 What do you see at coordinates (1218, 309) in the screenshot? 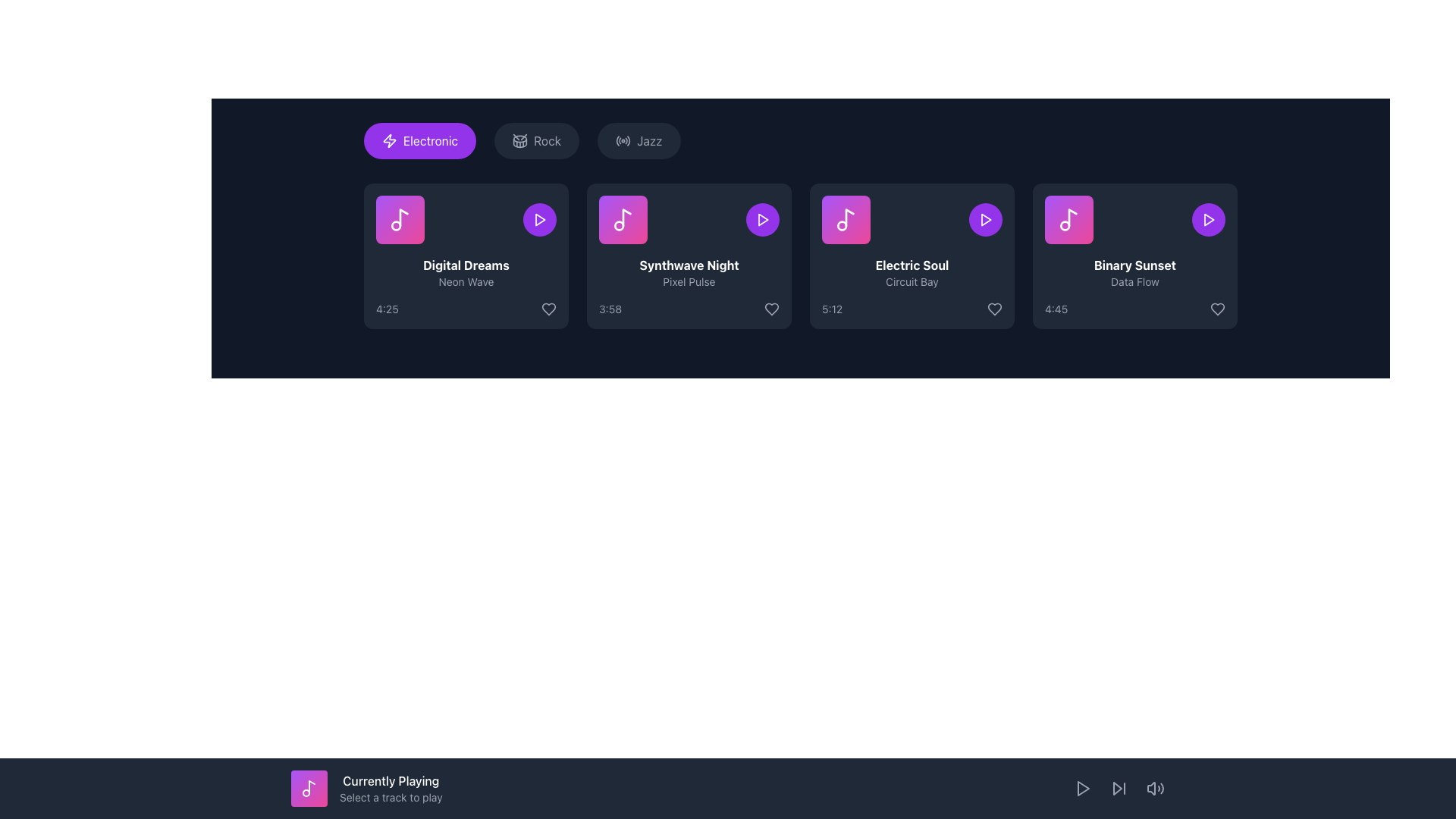
I see `the heart-shaped button icon in the lower-right corner of the 'Binary Sunset' track card` at bounding box center [1218, 309].